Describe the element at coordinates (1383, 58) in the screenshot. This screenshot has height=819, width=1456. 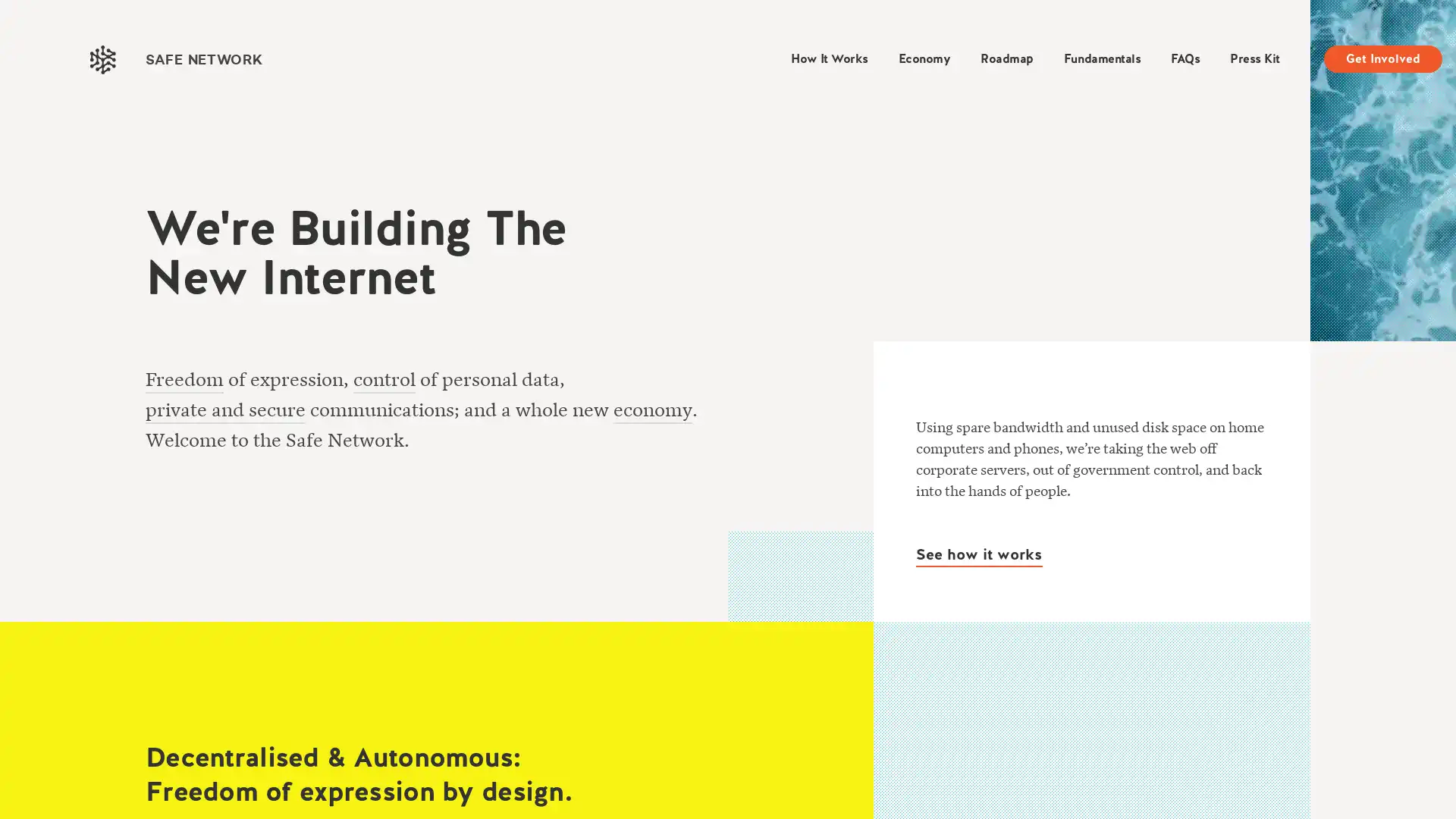
I see `Get Involved` at that location.